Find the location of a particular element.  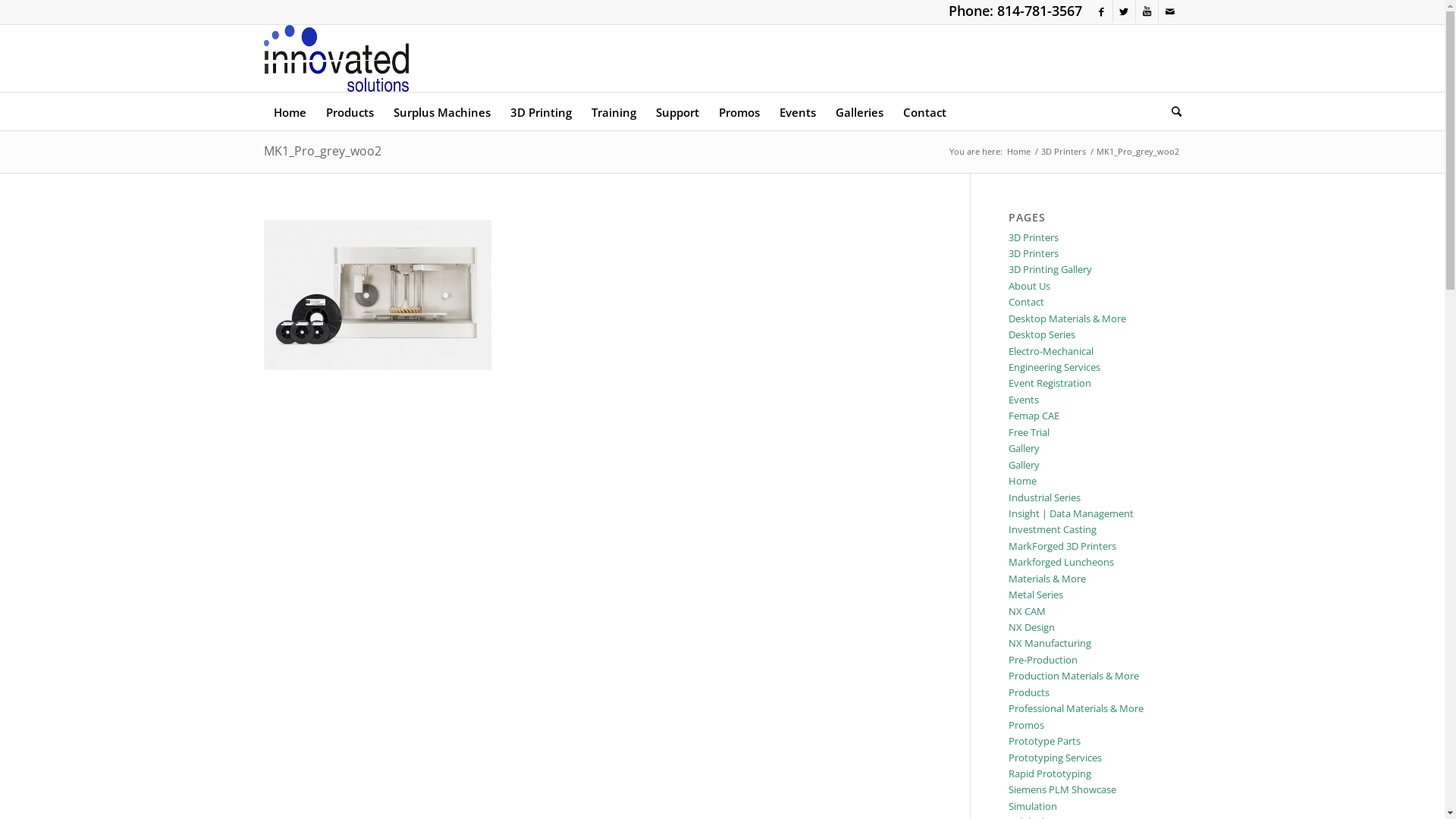

'Pre-Production' is located at coordinates (1042, 659).